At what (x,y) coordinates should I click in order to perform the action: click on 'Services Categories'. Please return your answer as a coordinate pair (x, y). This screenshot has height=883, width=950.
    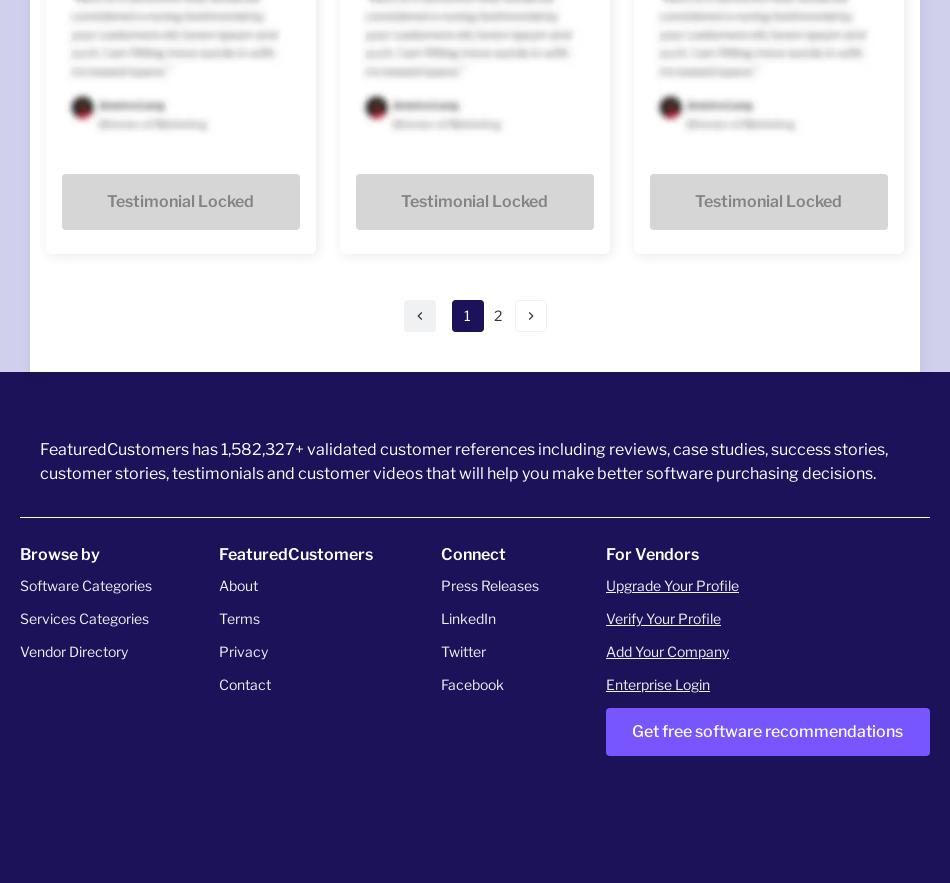
    Looking at the image, I should click on (20, 617).